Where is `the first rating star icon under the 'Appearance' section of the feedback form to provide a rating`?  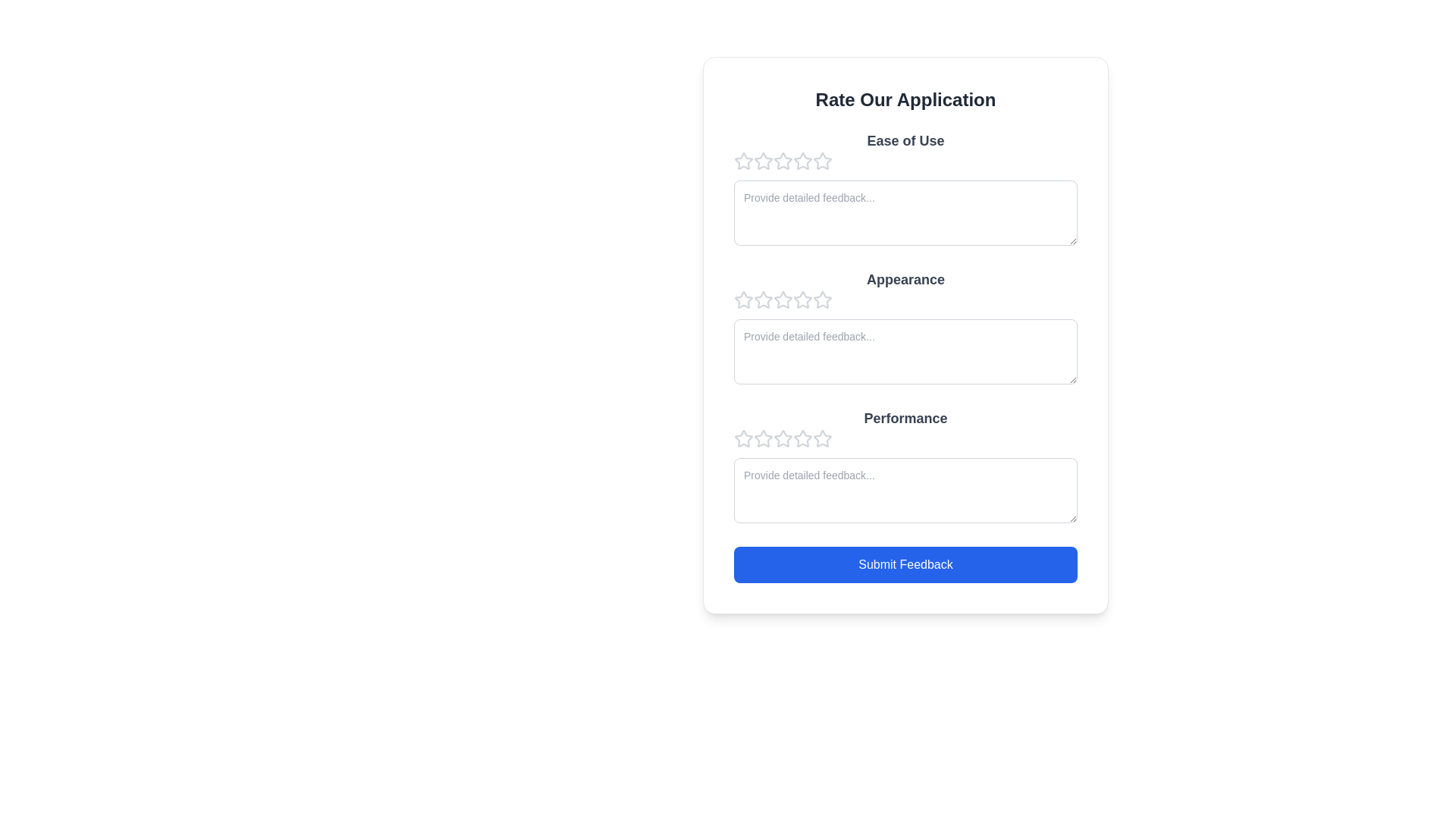
the first rating star icon under the 'Appearance' section of the feedback form to provide a rating is located at coordinates (743, 300).